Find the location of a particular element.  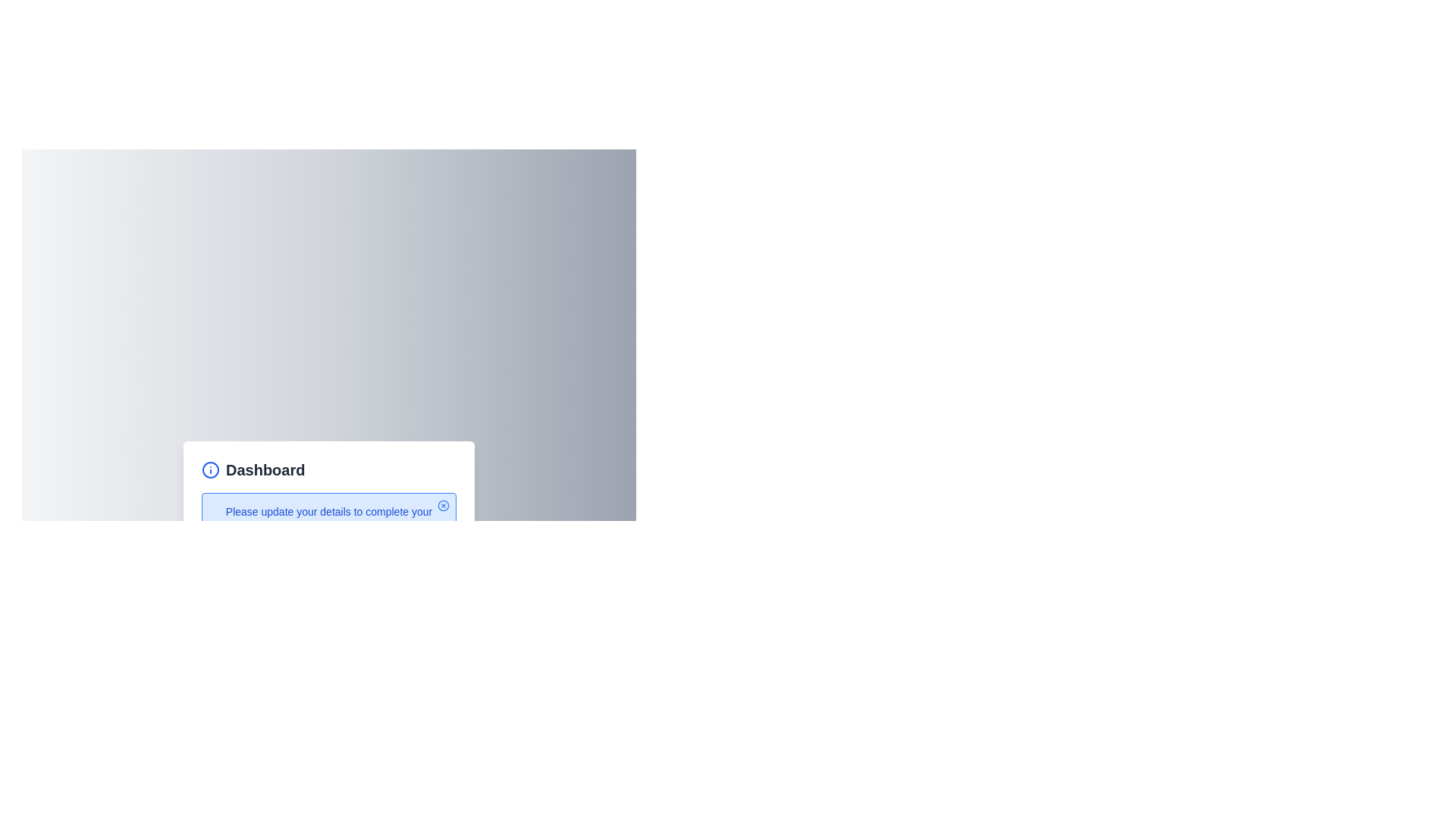

the primary outer circle of the icon located at the top-left of the card near the heading 'Dashboard' is located at coordinates (210, 469).